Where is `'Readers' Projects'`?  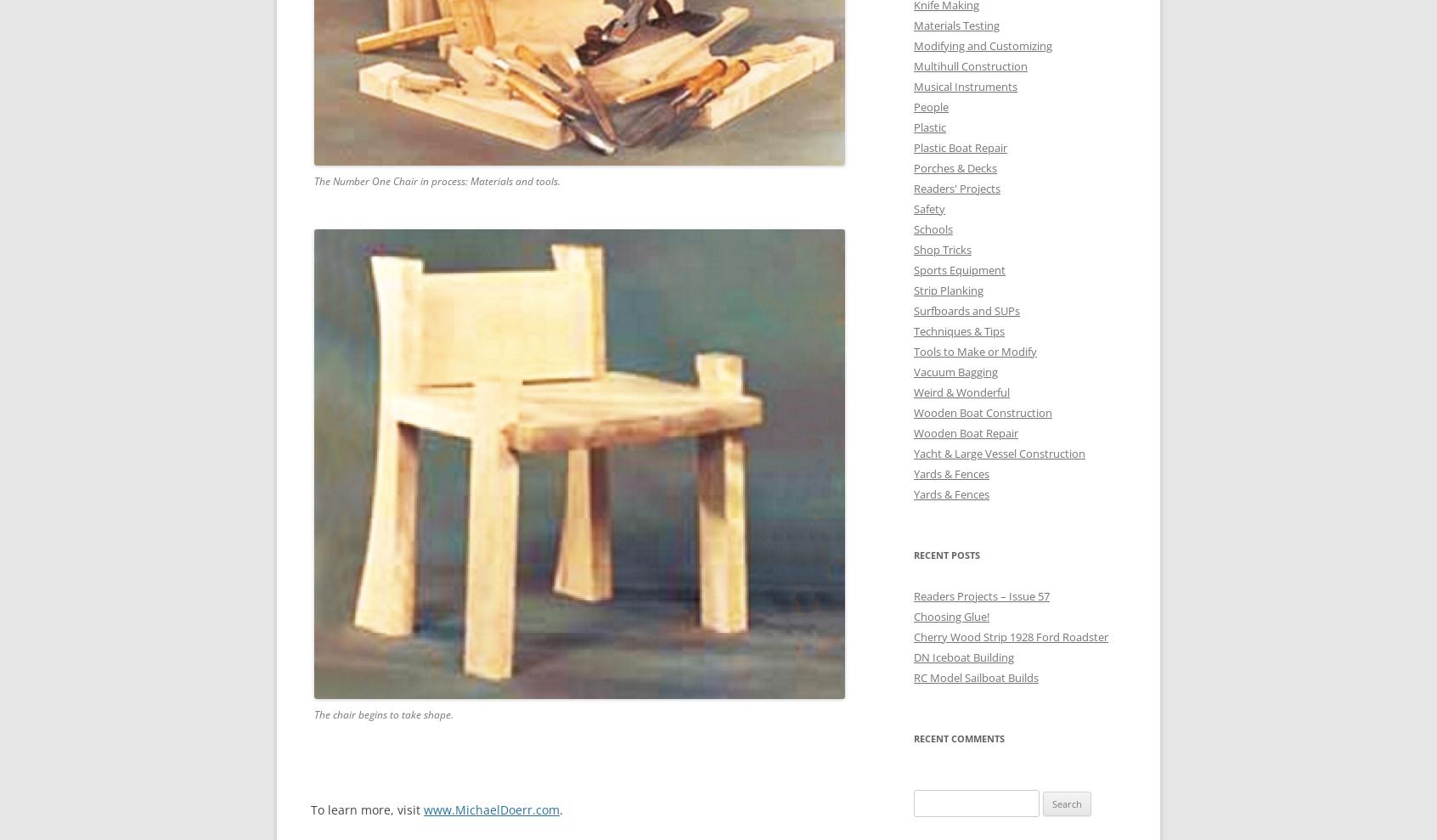
'Readers' Projects' is located at coordinates (957, 187).